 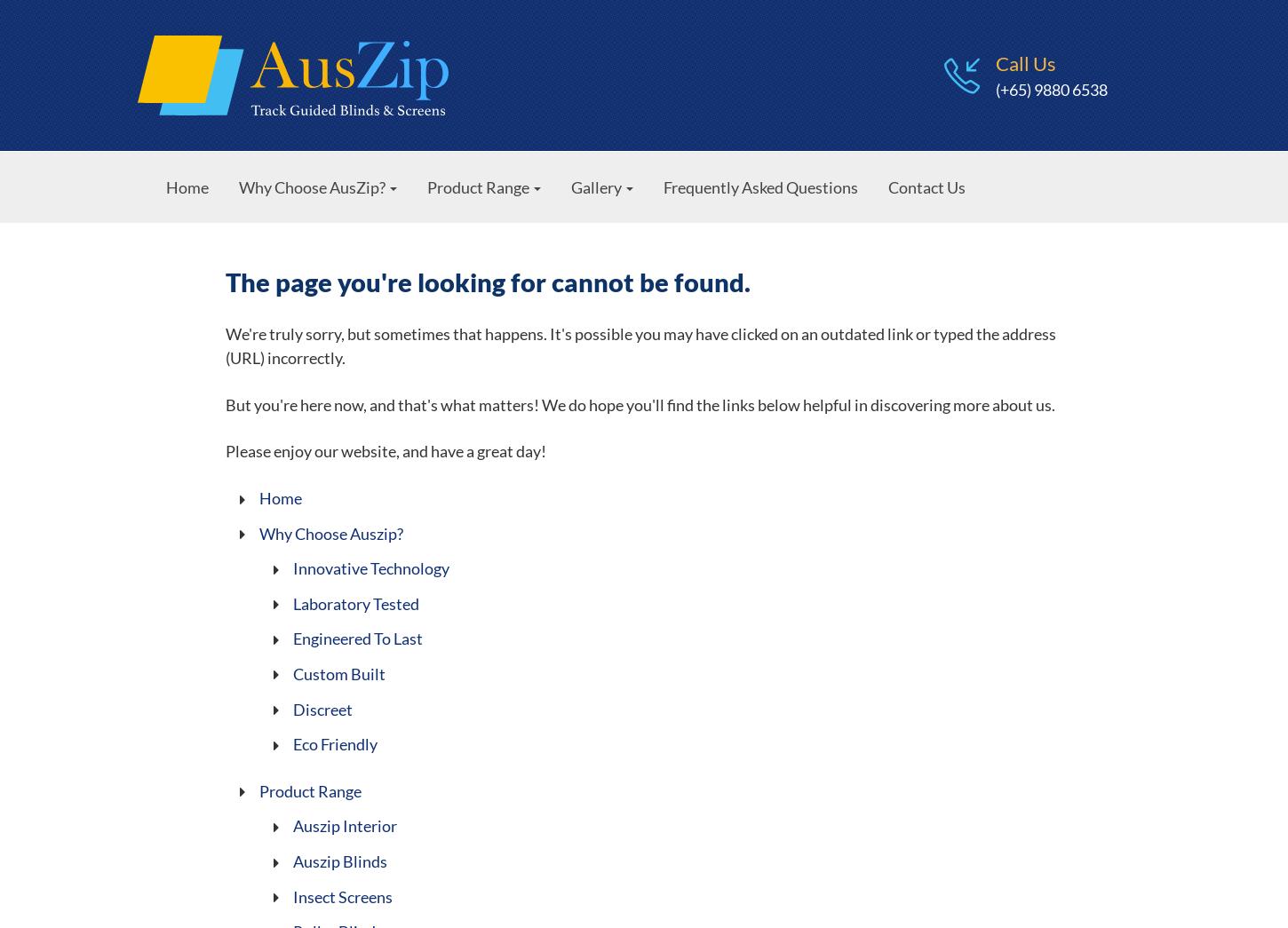 I want to click on 'Eco Friendly', so click(x=333, y=743).